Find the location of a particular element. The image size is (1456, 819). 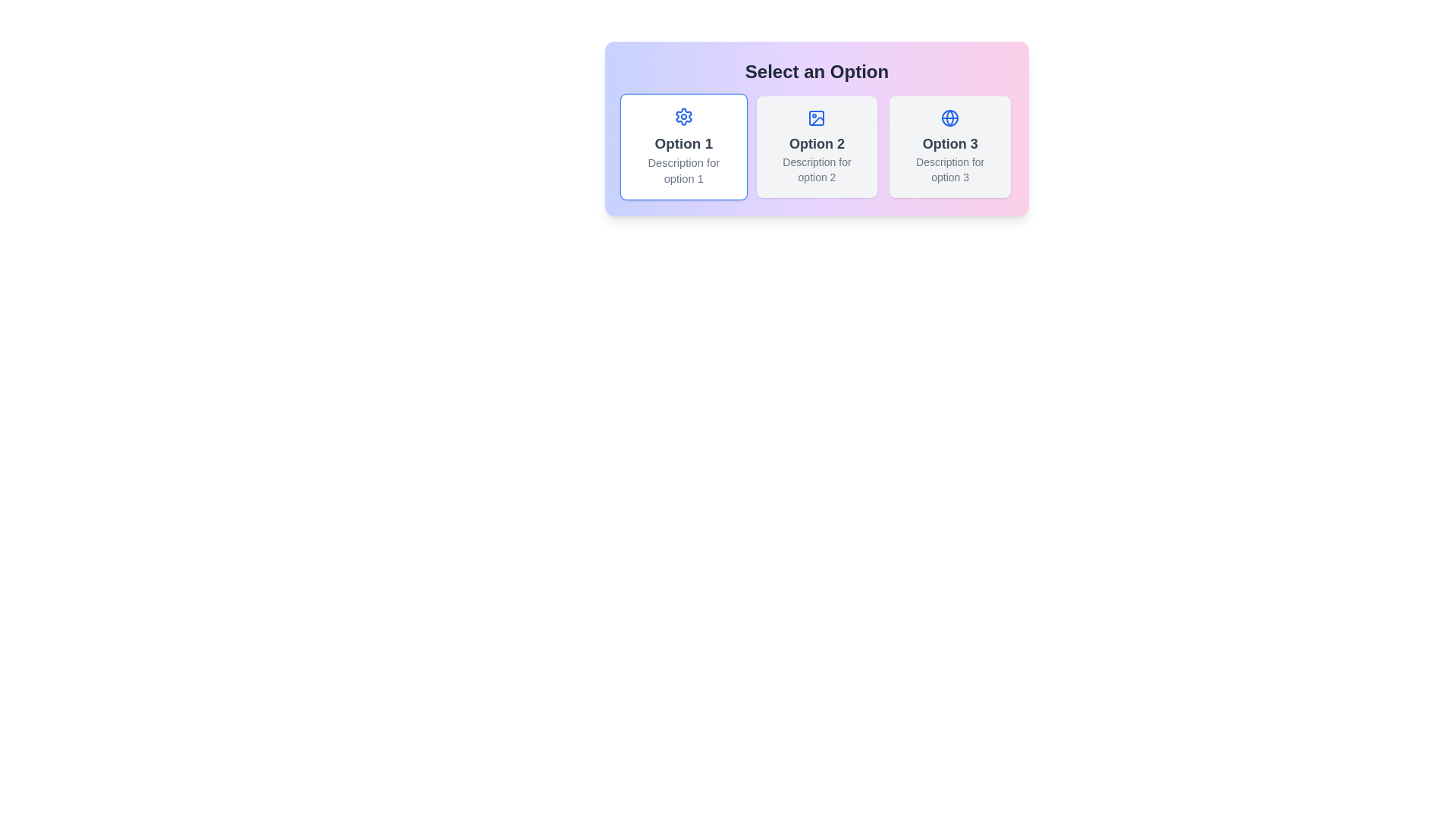

the presence of the Icon representing the 'Option 3' section, located at the top-center of the third option box labeled 'Option 3' is located at coordinates (949, 117).